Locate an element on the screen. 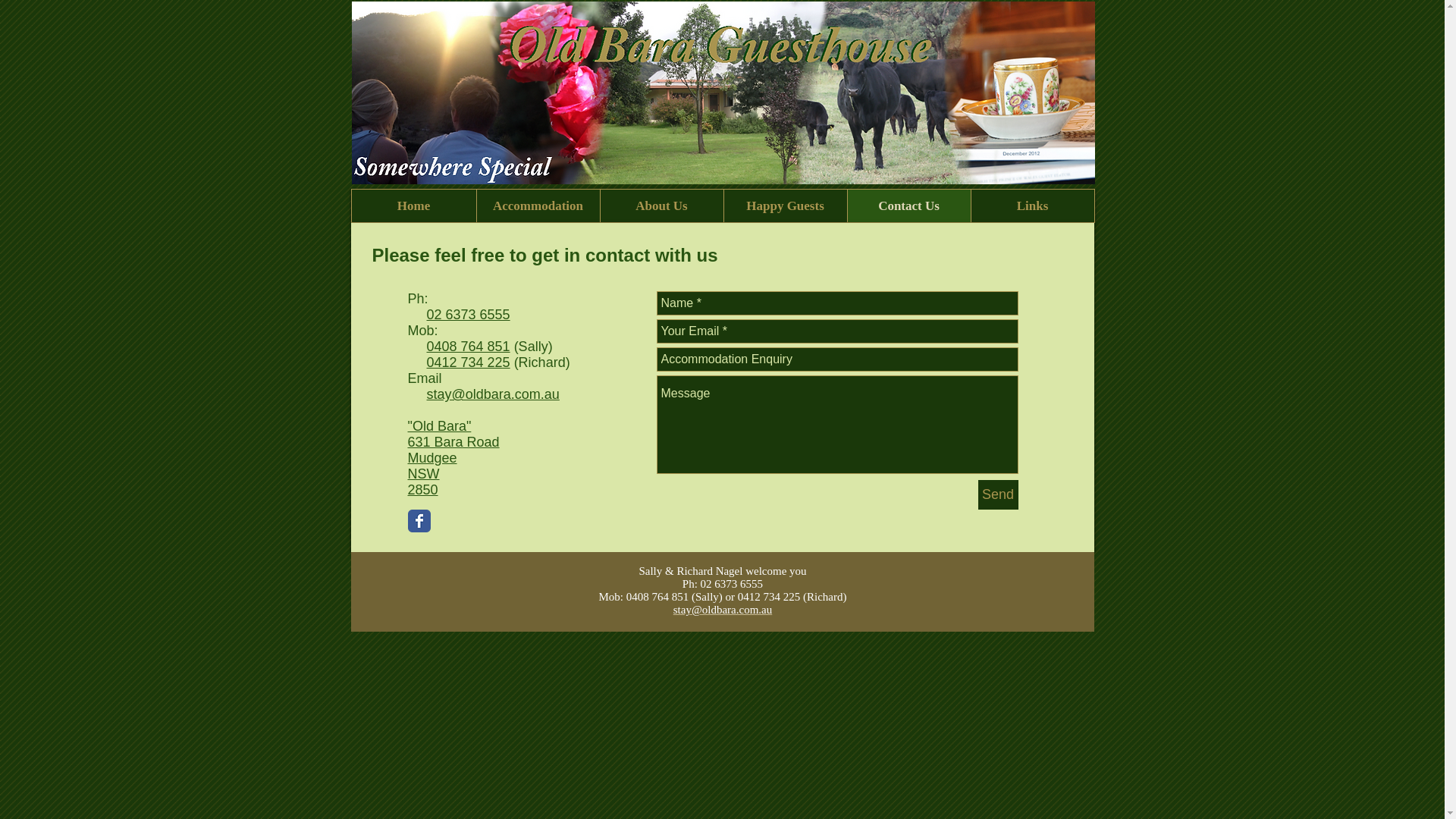 This screenshot has width=1456, height=819. 'stay@oldbara.com.au' is located at coordinates (722, 608).